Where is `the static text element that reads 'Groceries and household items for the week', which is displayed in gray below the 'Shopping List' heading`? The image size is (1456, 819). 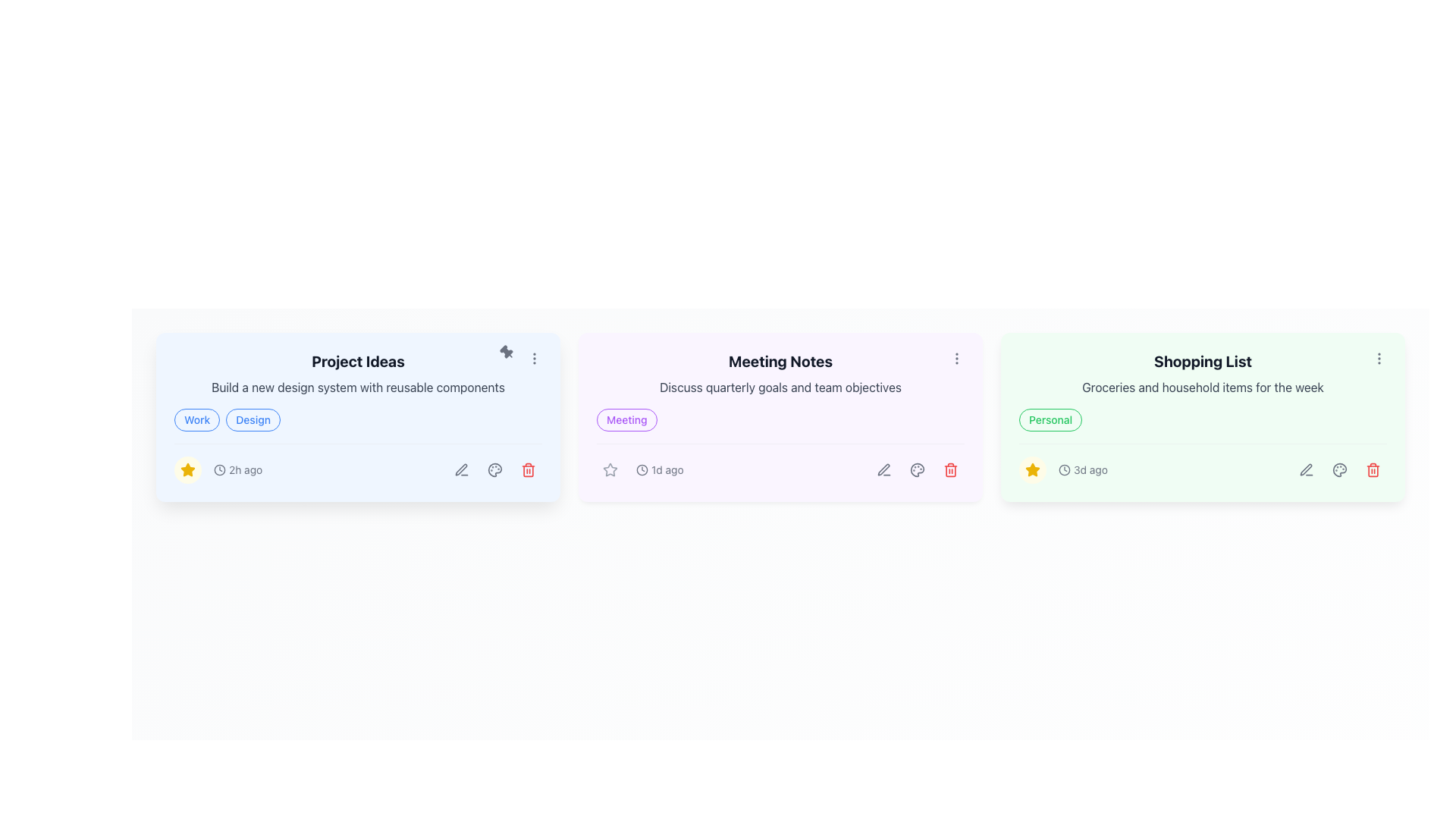
the static text element that reads 'Groceries and household items for the week', which is displayed in gray below the 'Shopping List' heading is located at coordinates (1202, 386).